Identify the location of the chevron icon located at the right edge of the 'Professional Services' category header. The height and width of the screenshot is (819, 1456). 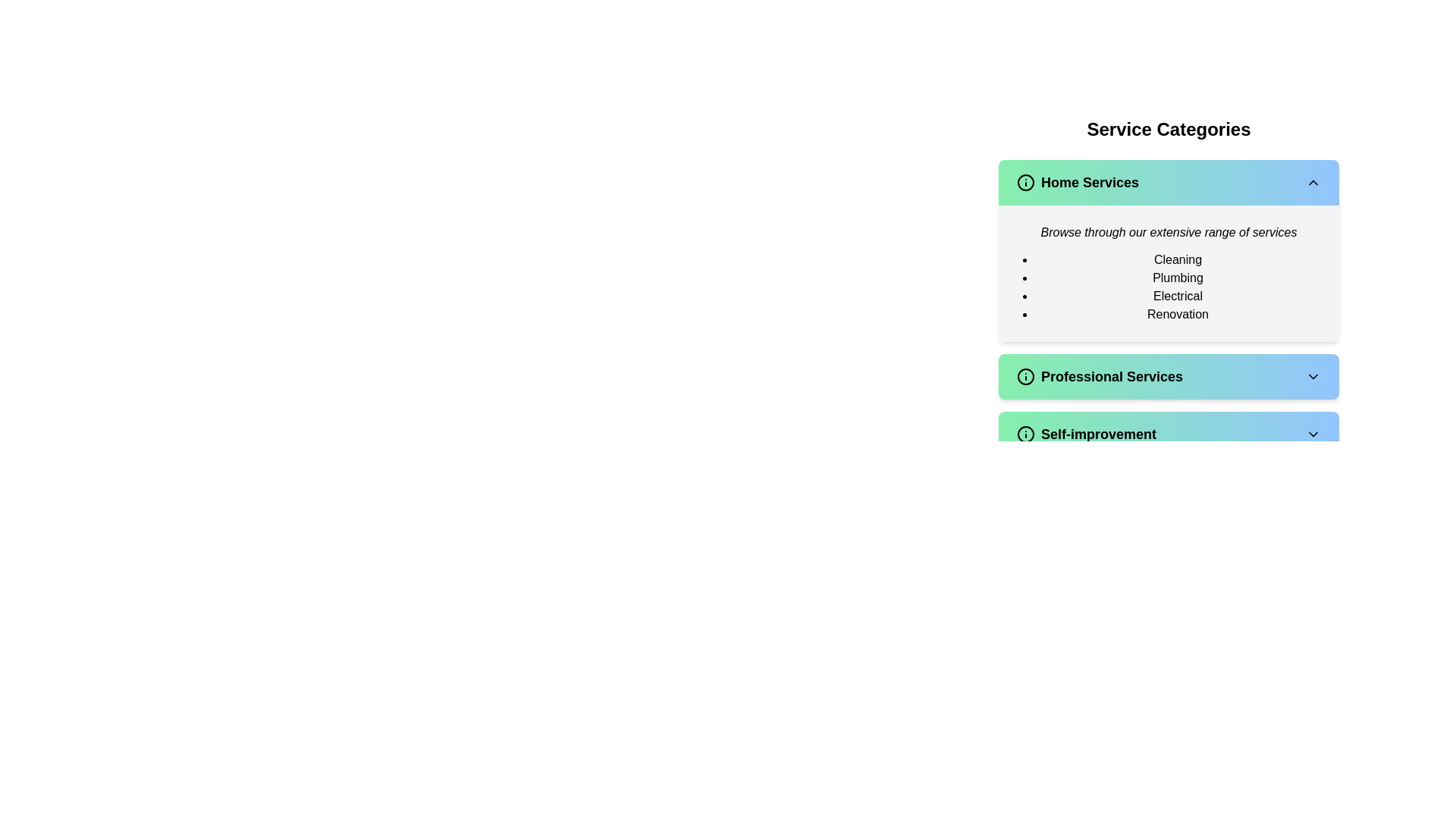
(1313, 376).